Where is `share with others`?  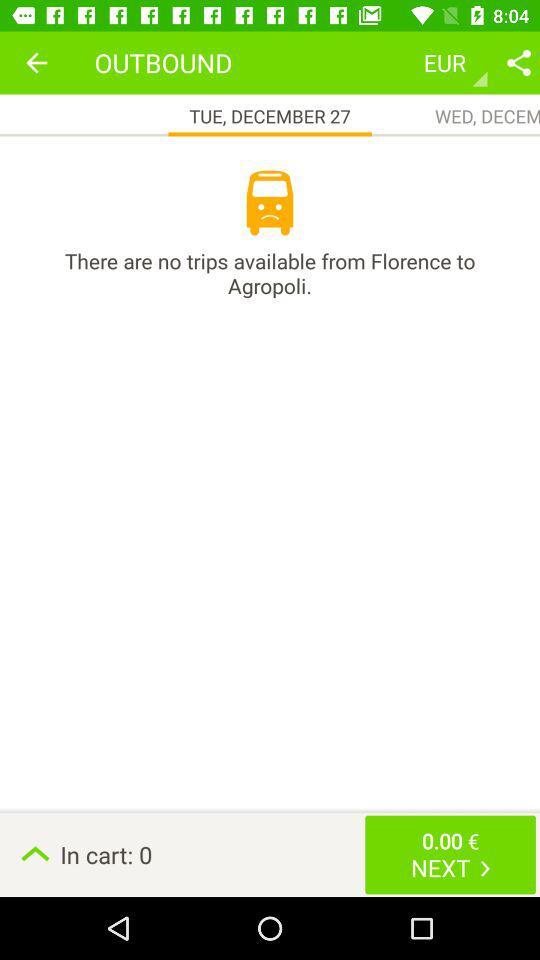 share with others is located at coordinates (518, 62).